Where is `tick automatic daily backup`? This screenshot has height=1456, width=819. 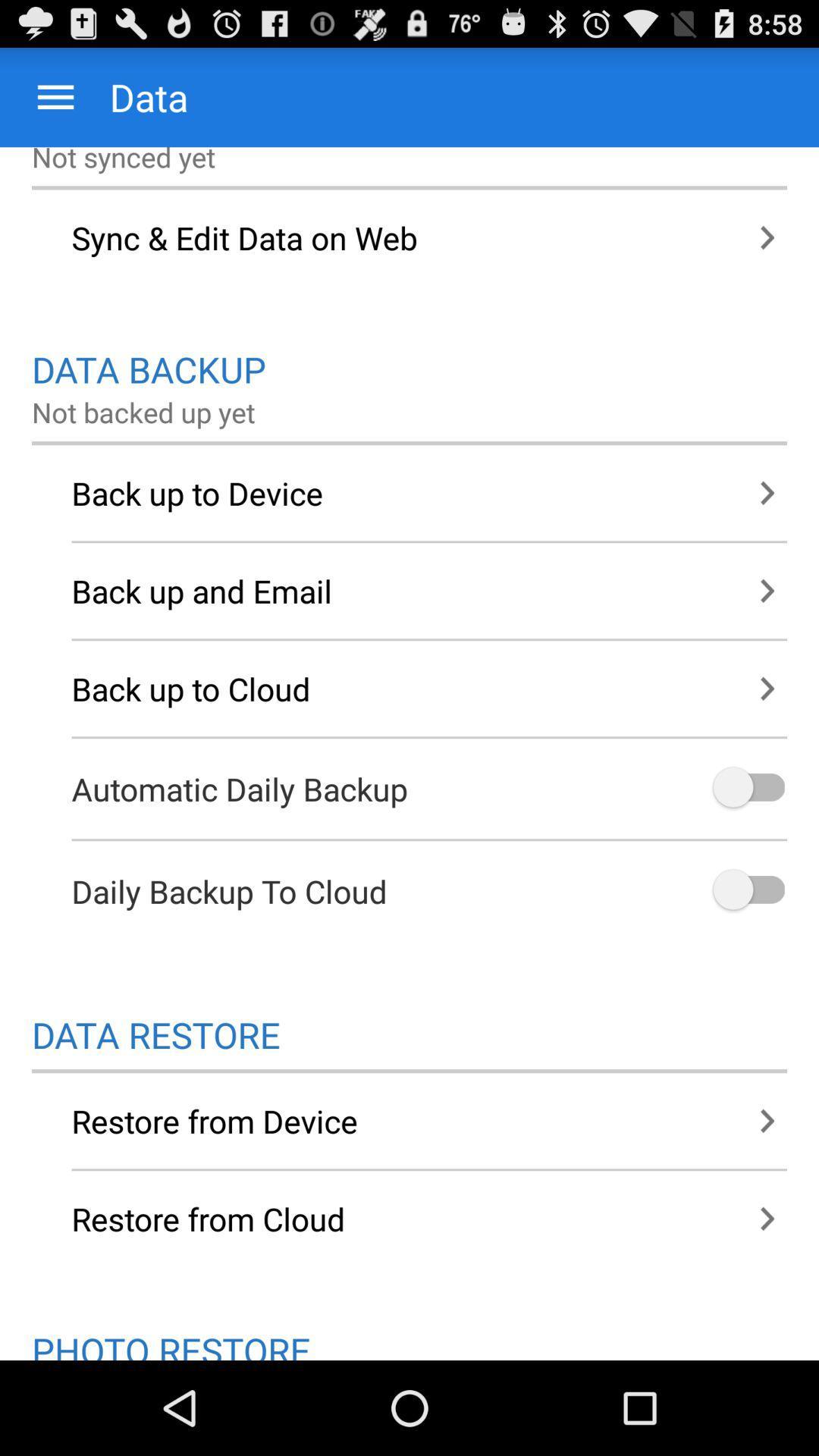 tick automatic daily backup is located at coordinates (746, 789).